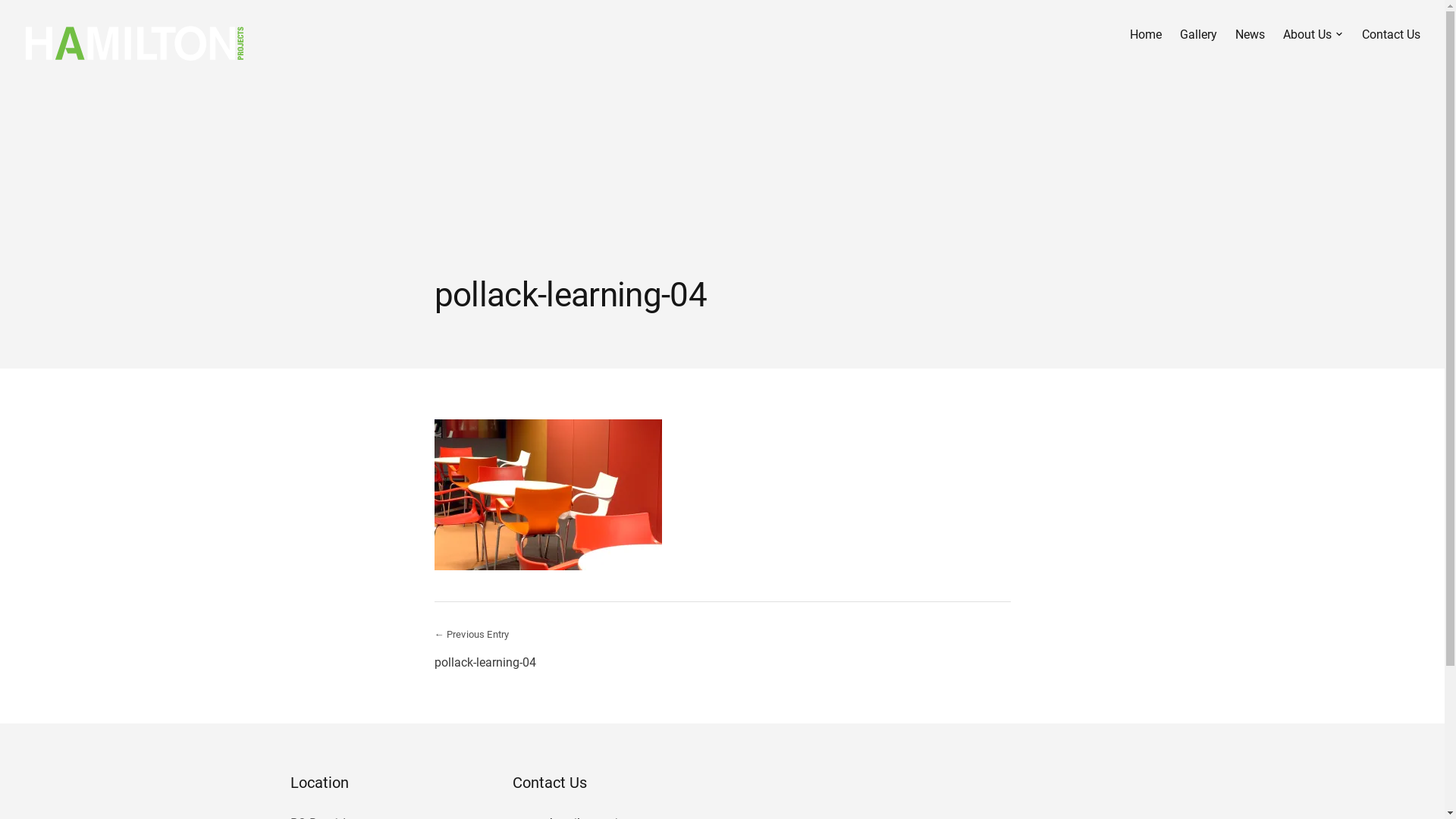  Describe the element at coordinates (1146, 34) in the screenshot. I see `'Home'` at that location.